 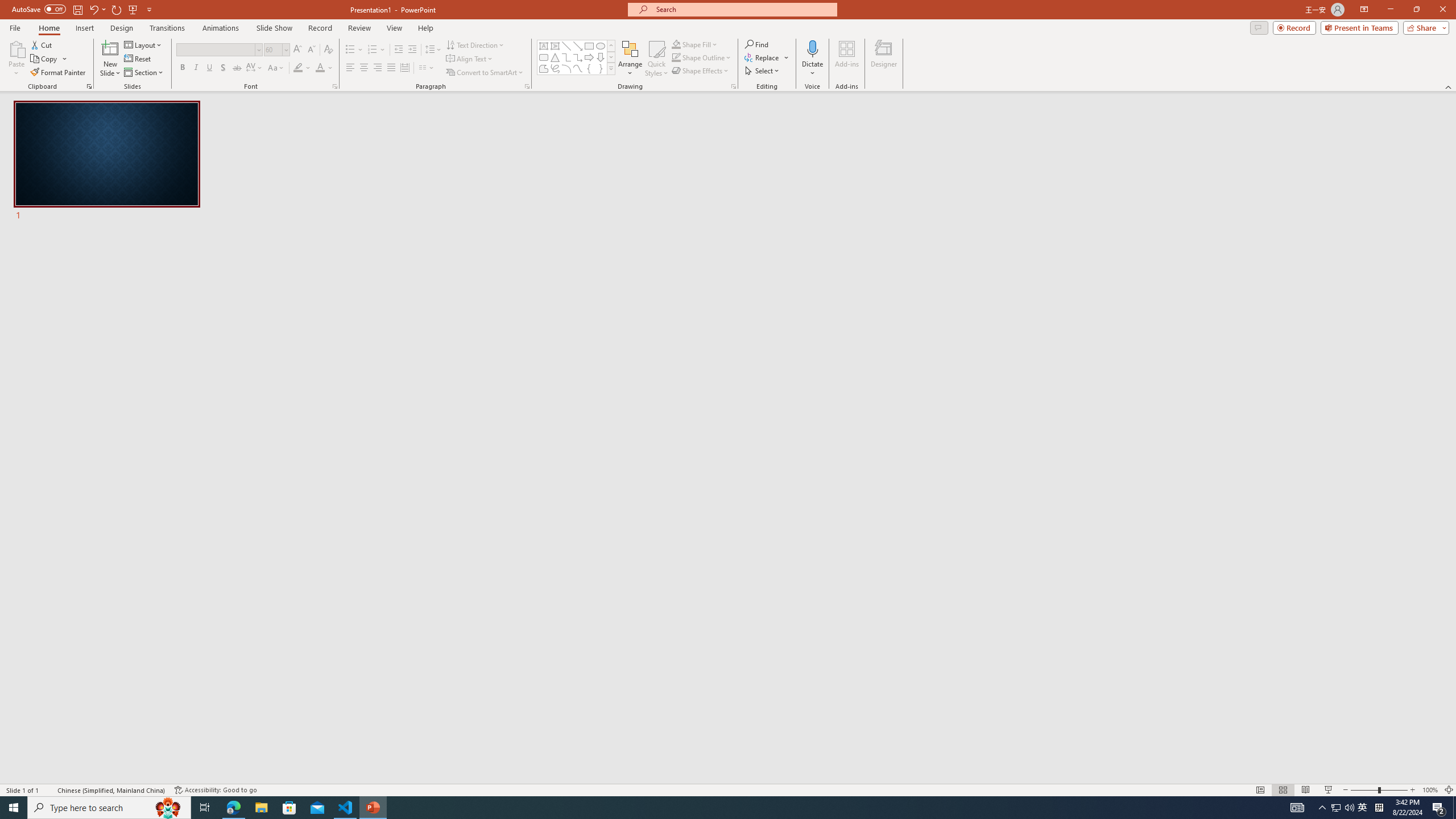 I want to click on 'Spell Check ', so click(x=49, y=790).